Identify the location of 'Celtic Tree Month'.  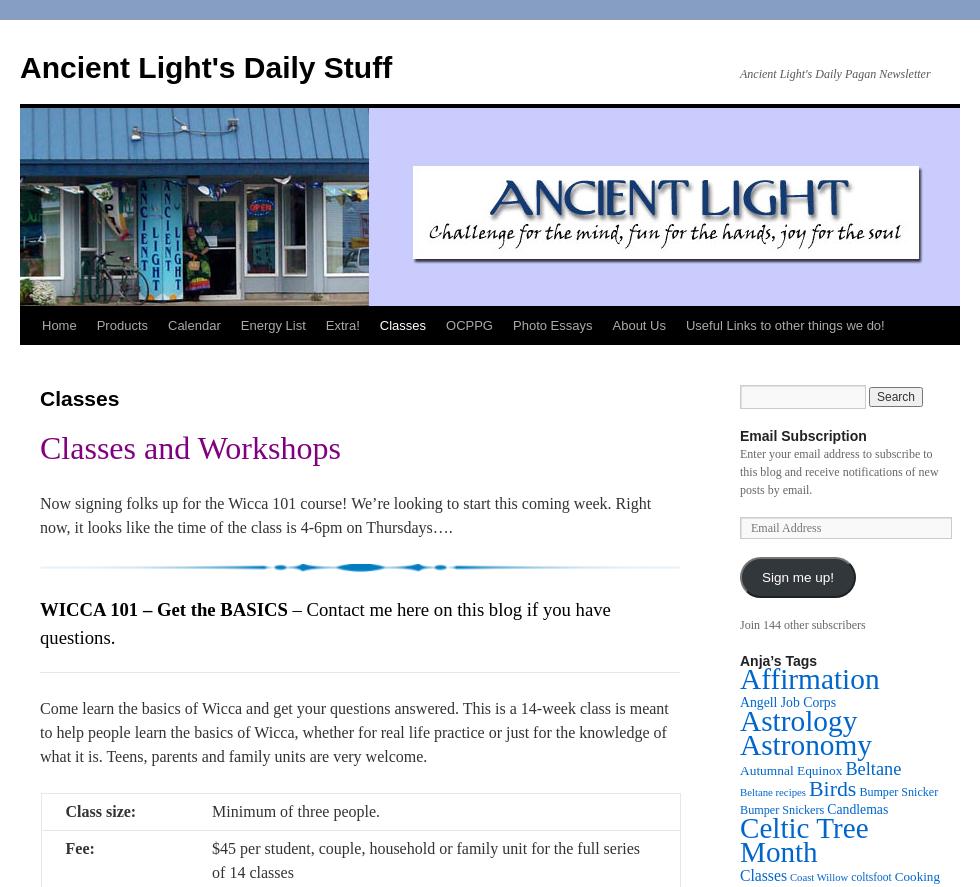
(803, 838).